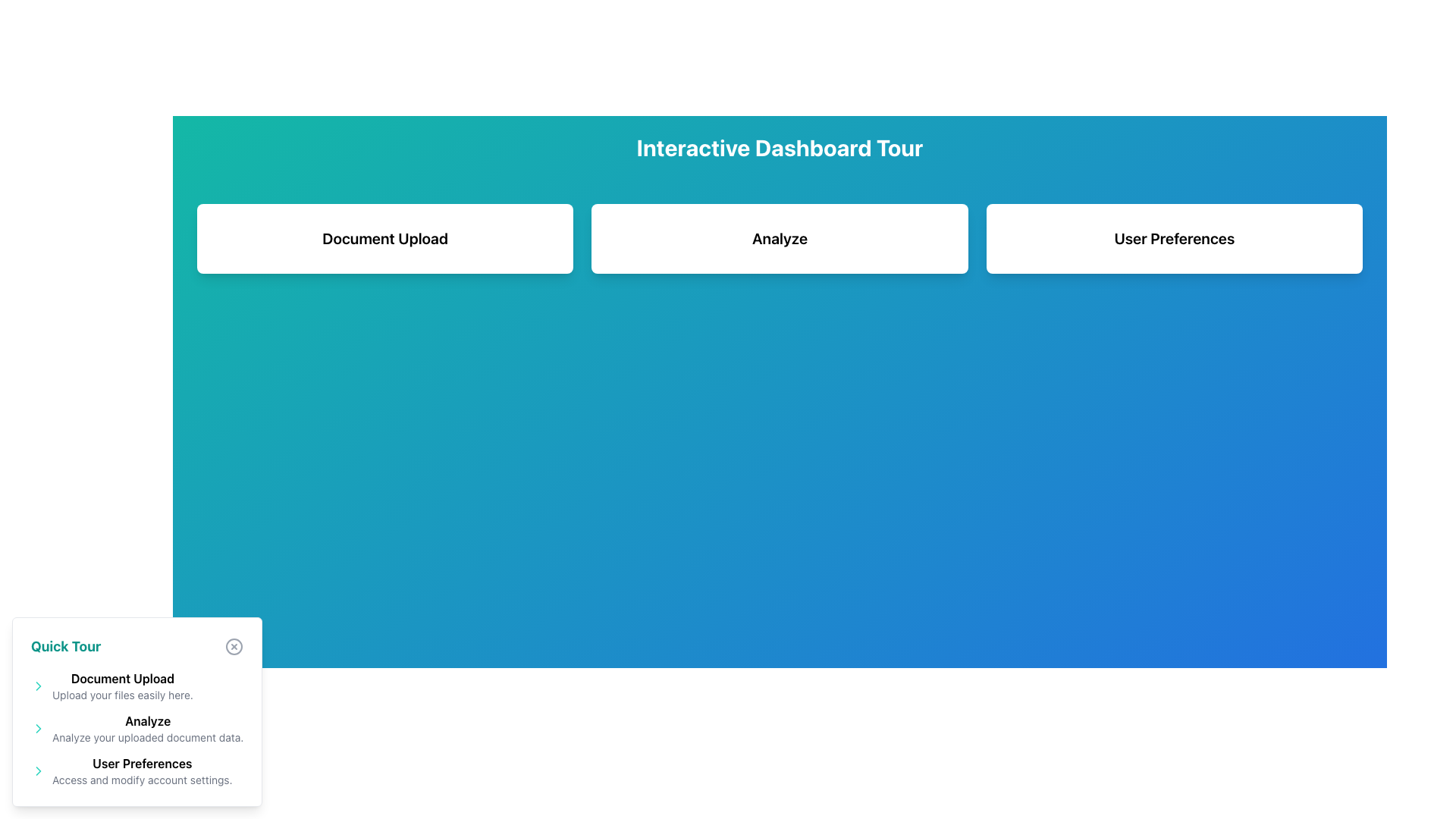 The height and width of the screenshot is (819, 1456). I want to click on the text label displaying 'Analyze' in bold, large-sized font, located in the center of the white card component, so click(780, 239).